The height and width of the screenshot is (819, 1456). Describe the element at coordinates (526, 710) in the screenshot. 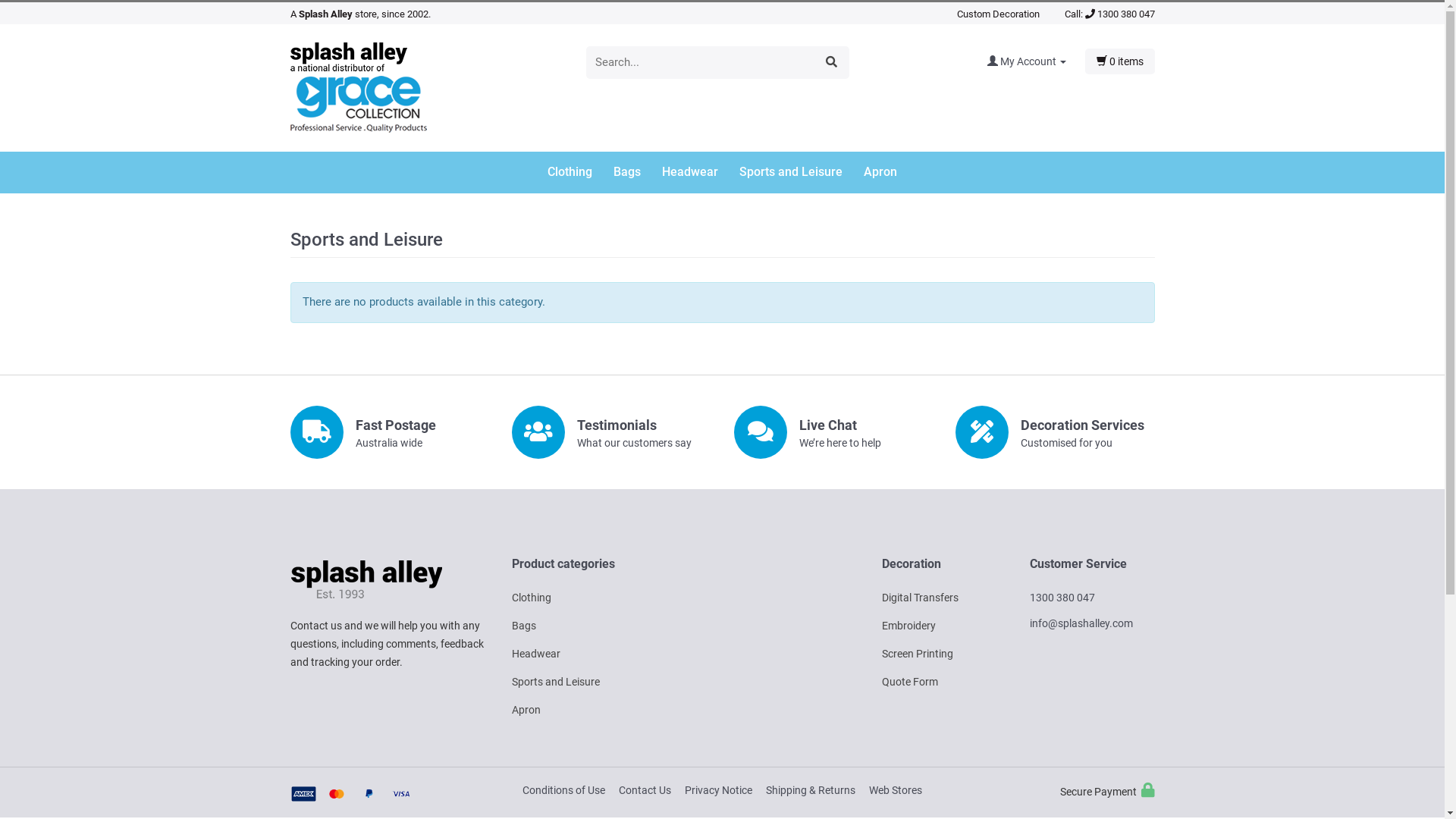

I see `'Apron'` at that location.